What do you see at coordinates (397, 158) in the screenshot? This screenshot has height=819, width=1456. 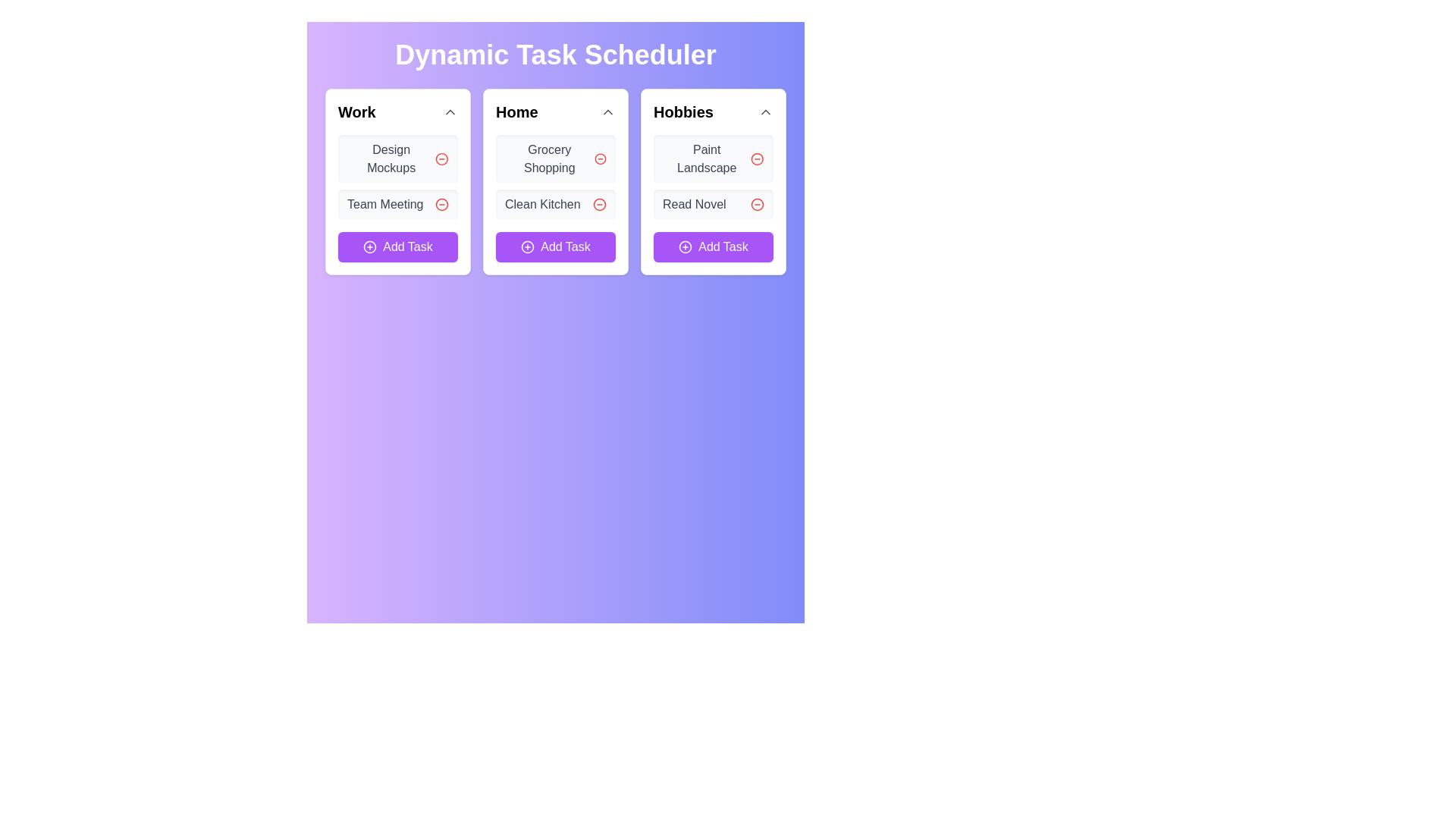 I see `the task list item named 'Design Mockups' located in the first column under the 'Work' header for additional information` at bounding box center [397, 158].